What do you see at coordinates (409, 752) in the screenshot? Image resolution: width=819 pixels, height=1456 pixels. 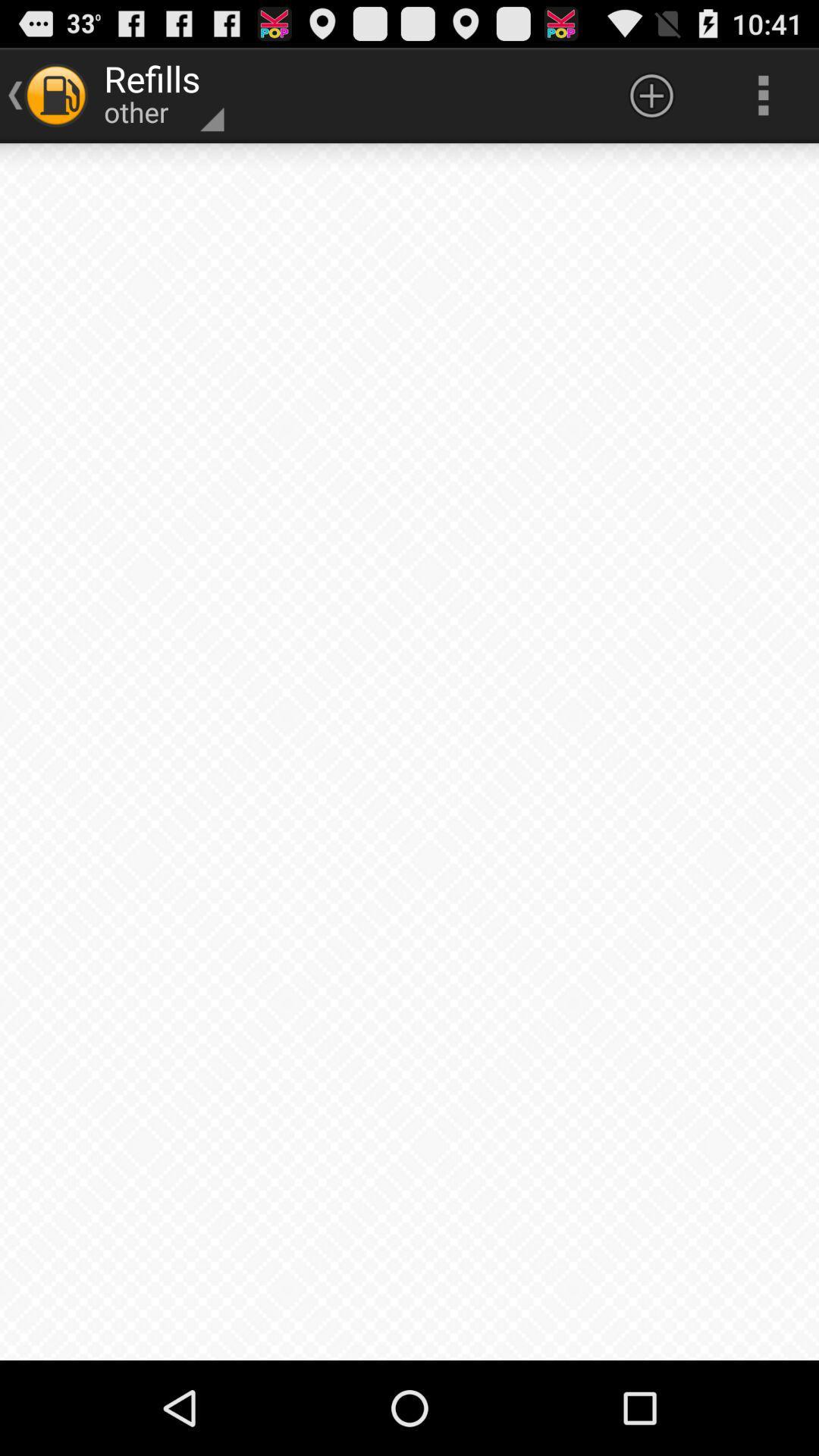 I see `the particular page` at bounding box center [409, 752].